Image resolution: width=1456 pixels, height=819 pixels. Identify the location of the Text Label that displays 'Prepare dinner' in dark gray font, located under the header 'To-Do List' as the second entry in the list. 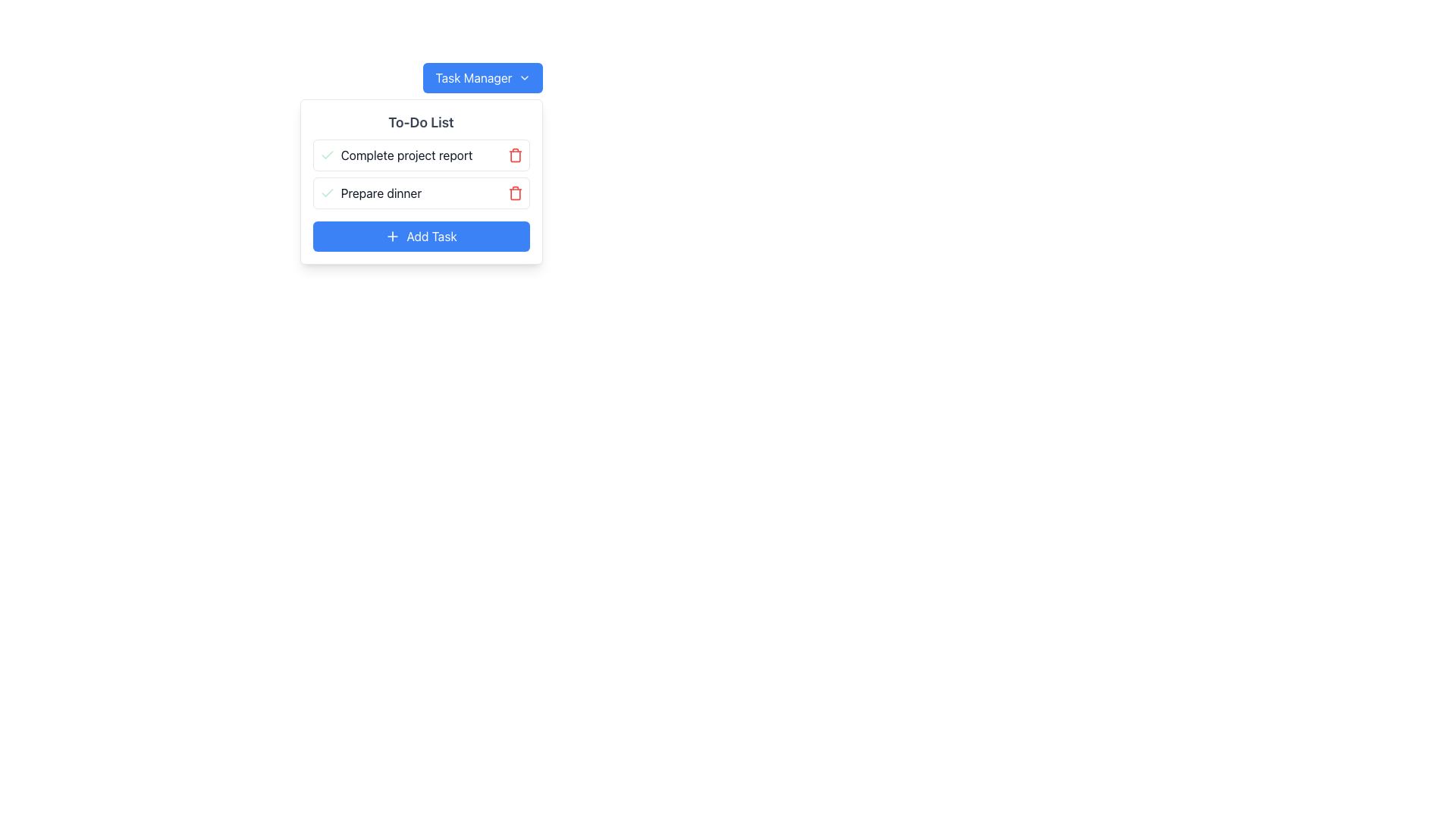
(381, 192).